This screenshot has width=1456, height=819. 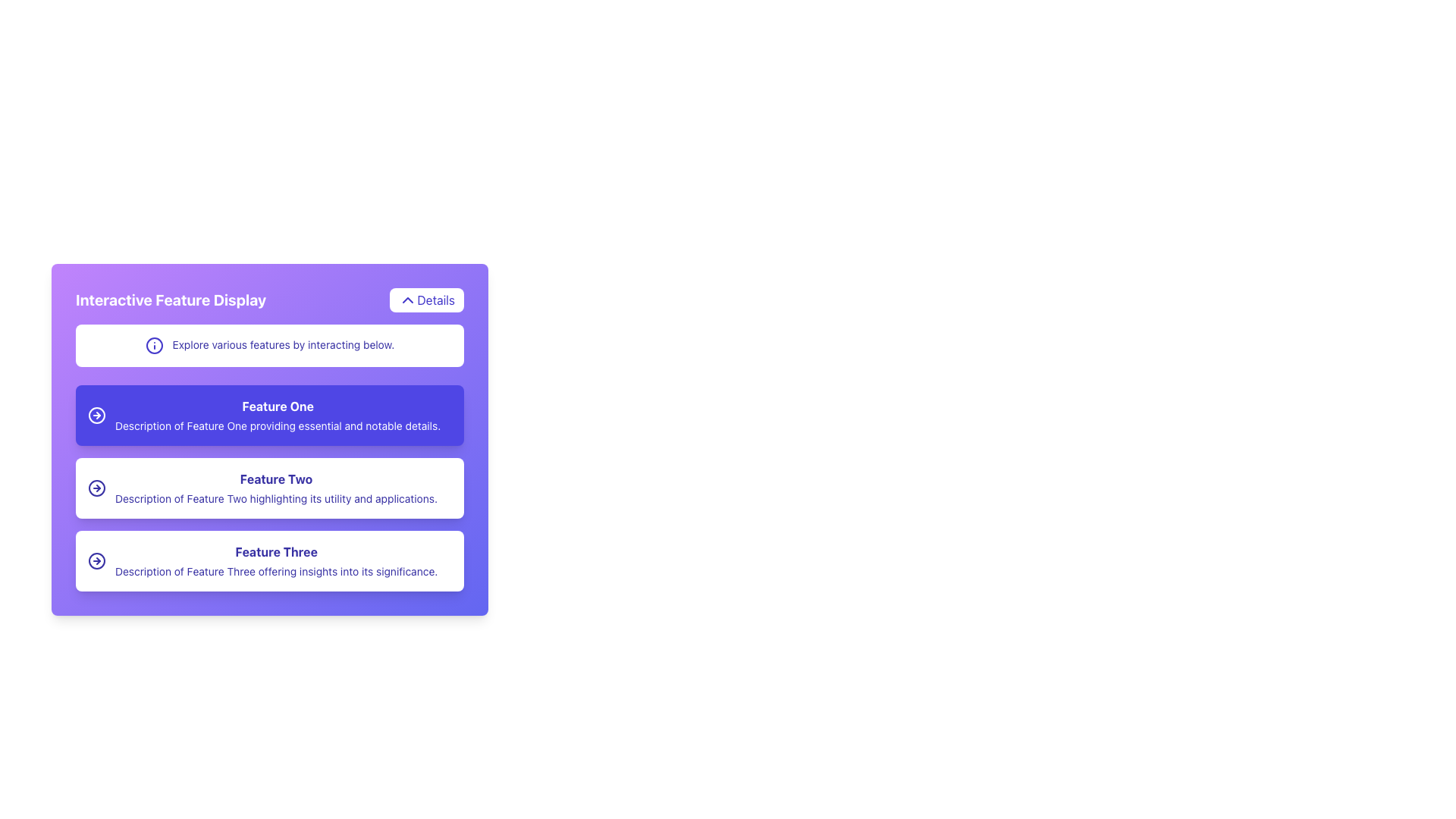 What do you see at coordinates (278, 426) in the screenshot?
I see `the static text element that provides details about 'Feature One', located beneath the bold text of the same name` at bounding box center [278, 426].